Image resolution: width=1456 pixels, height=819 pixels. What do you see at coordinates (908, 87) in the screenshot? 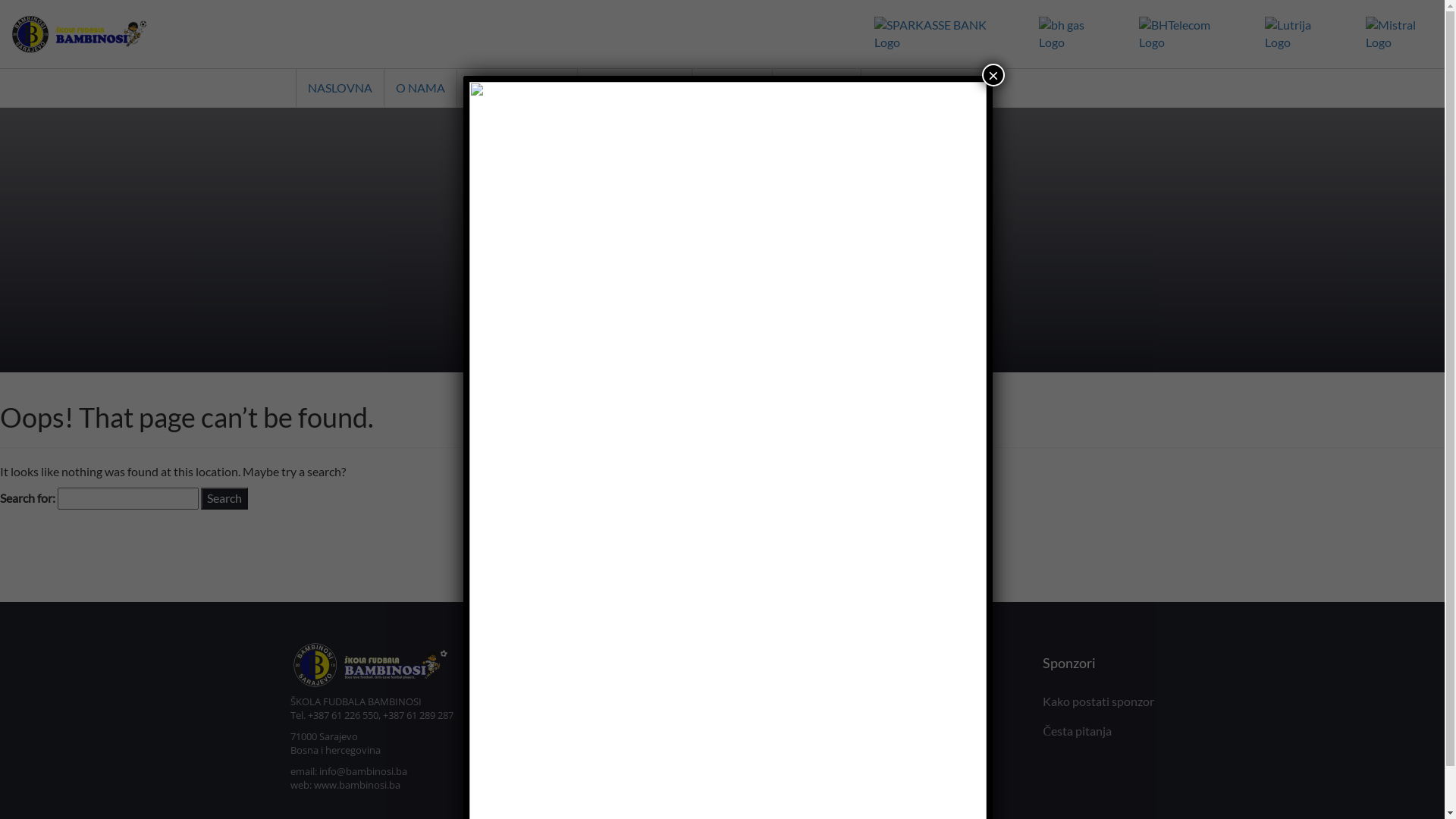
I see `'SPONZORI'` at bounding box center [908, 87].